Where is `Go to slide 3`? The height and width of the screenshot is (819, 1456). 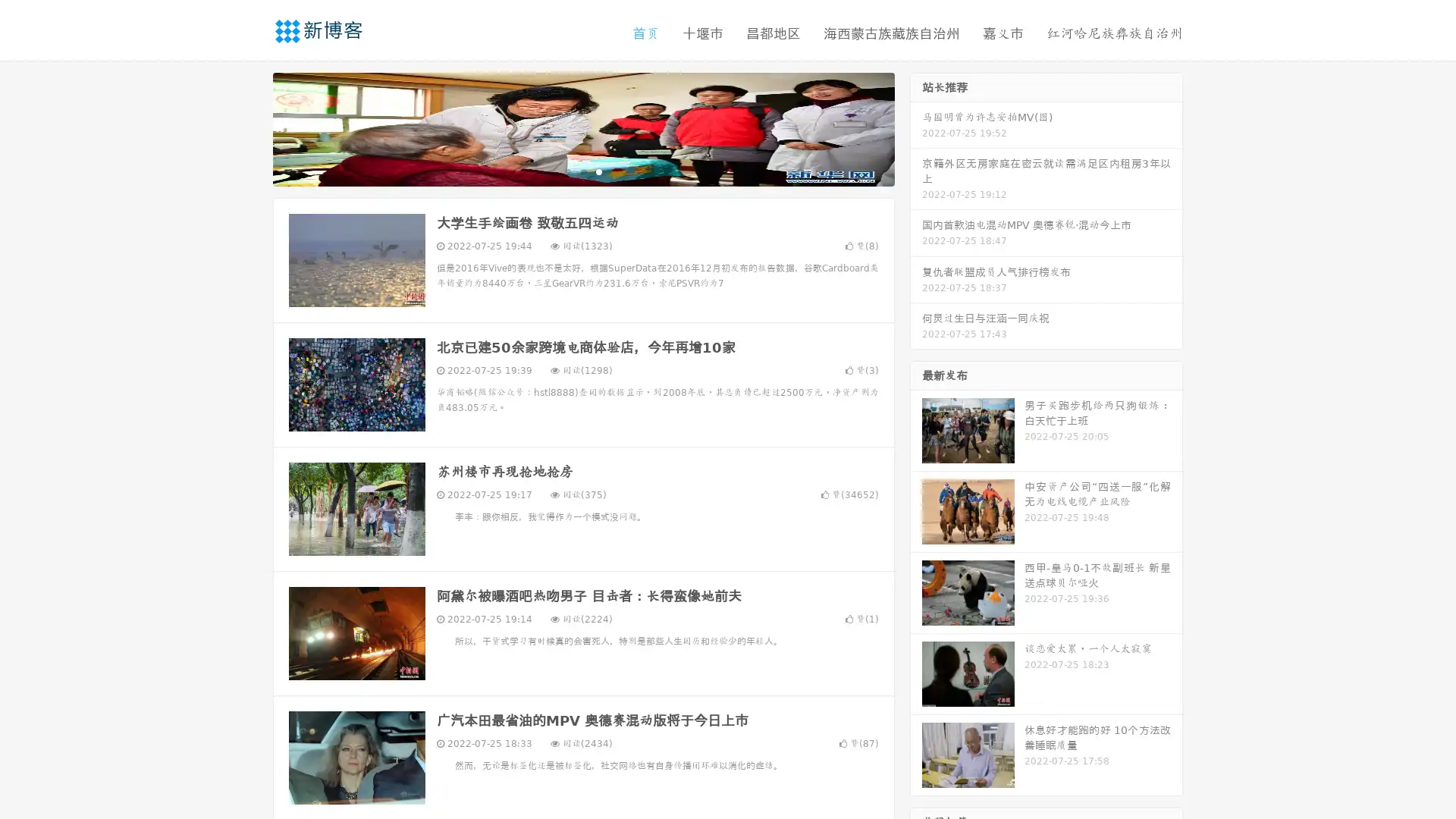 Go to slide 3 is located at coordinates (598, 171).